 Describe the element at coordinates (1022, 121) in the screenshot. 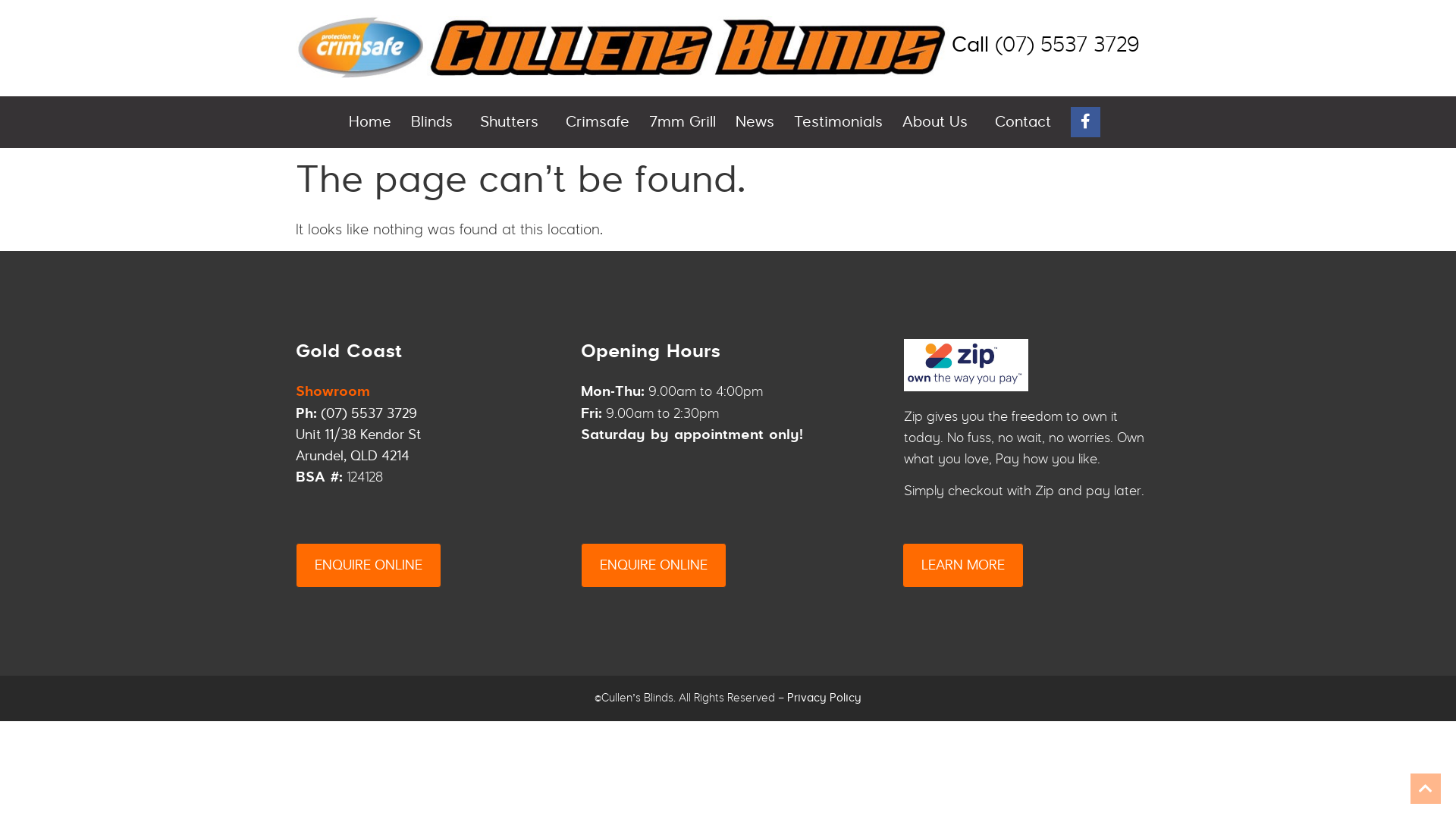

I see `'Contact'` at that location.